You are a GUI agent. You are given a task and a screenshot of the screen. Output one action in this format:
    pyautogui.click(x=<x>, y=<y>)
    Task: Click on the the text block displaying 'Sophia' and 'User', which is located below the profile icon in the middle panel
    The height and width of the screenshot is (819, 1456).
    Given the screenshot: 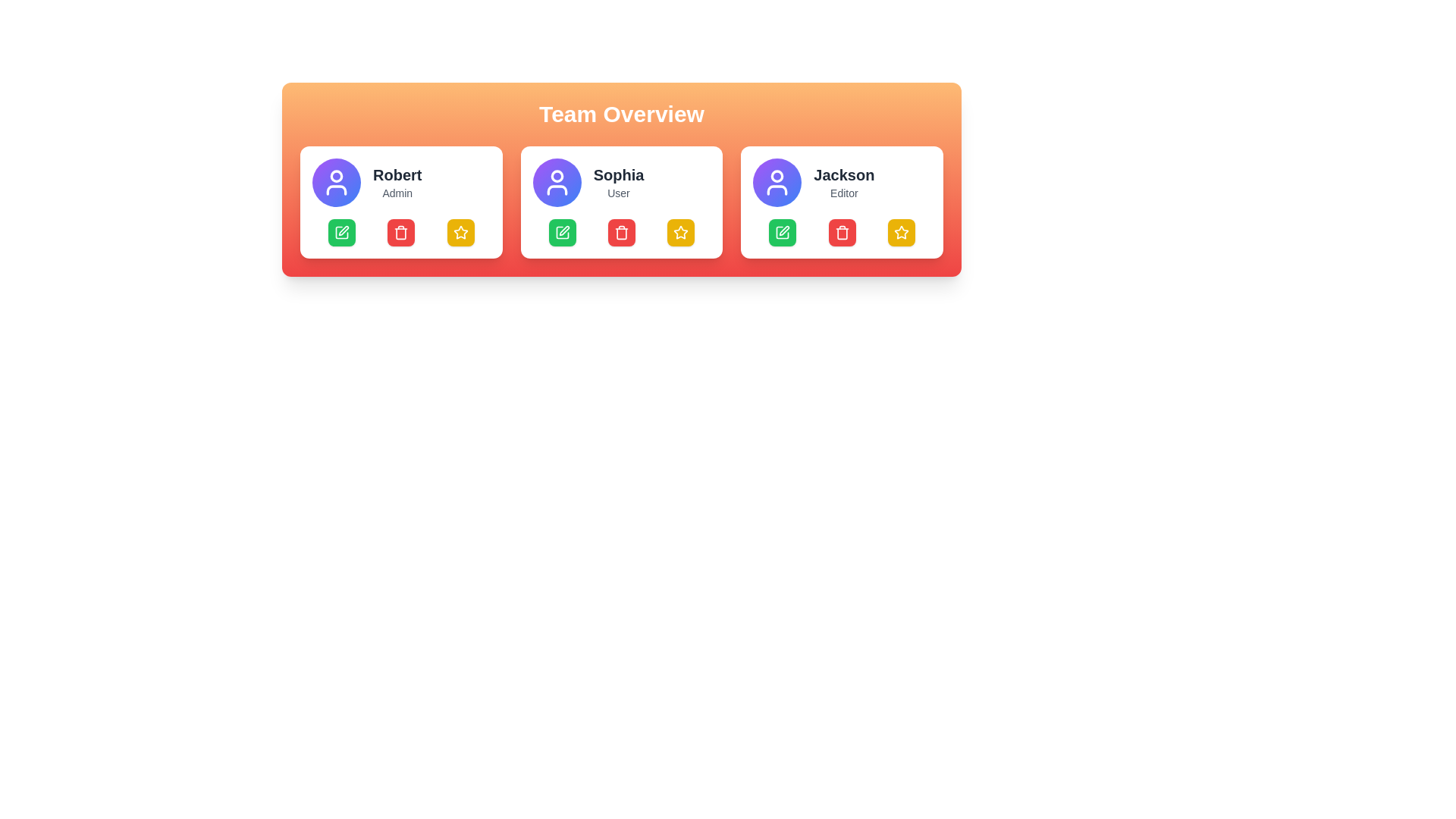 What is the action you would take?
    pyautogui.click(x=619, y=181)
    